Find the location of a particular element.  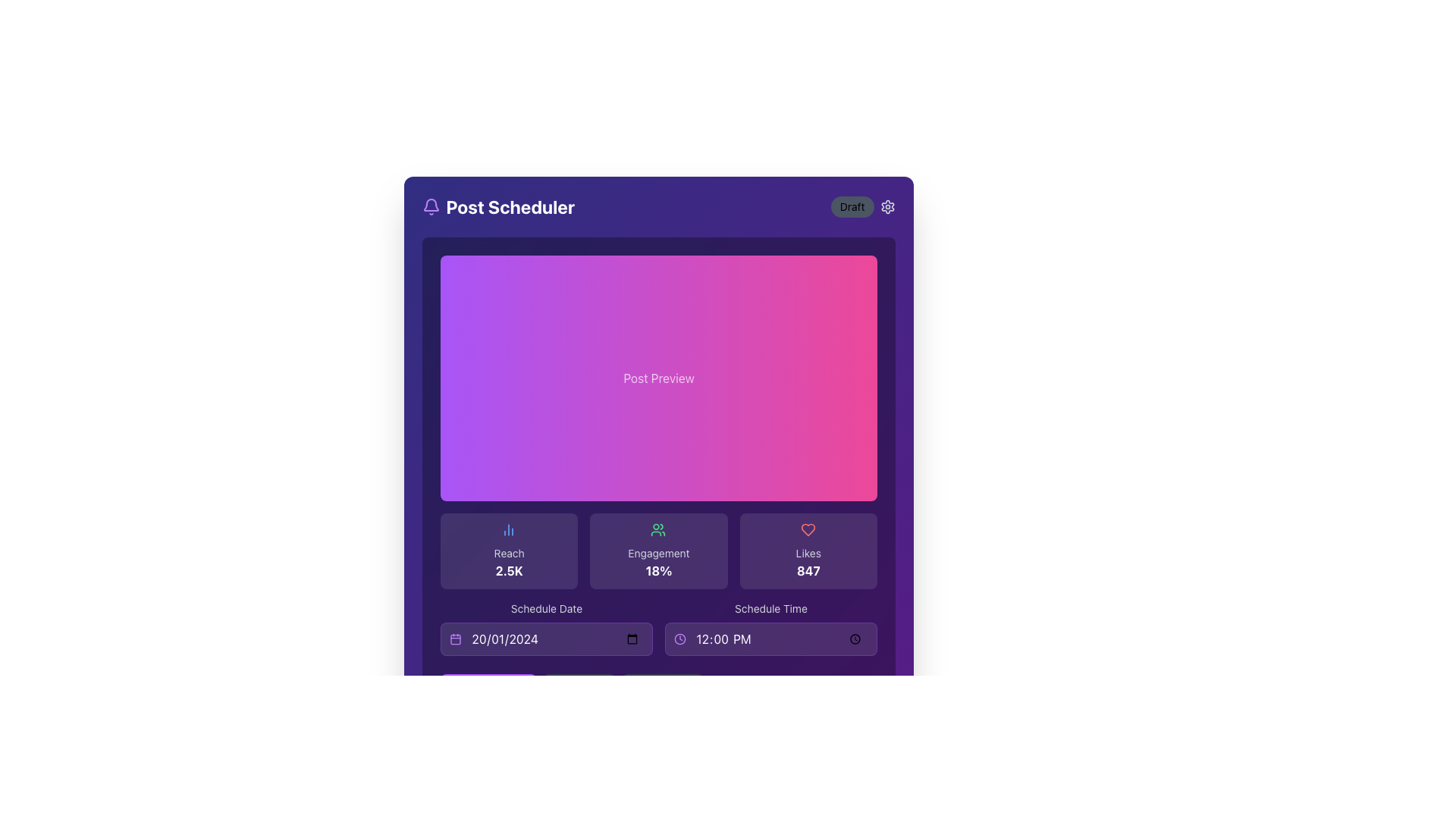

displayed information on the Informative Card showing the percentage '18%' and the label 'Engagement', which is styled with a purple gradient background and a green icon of a group of people at the top is located at coordinates (658, 551).